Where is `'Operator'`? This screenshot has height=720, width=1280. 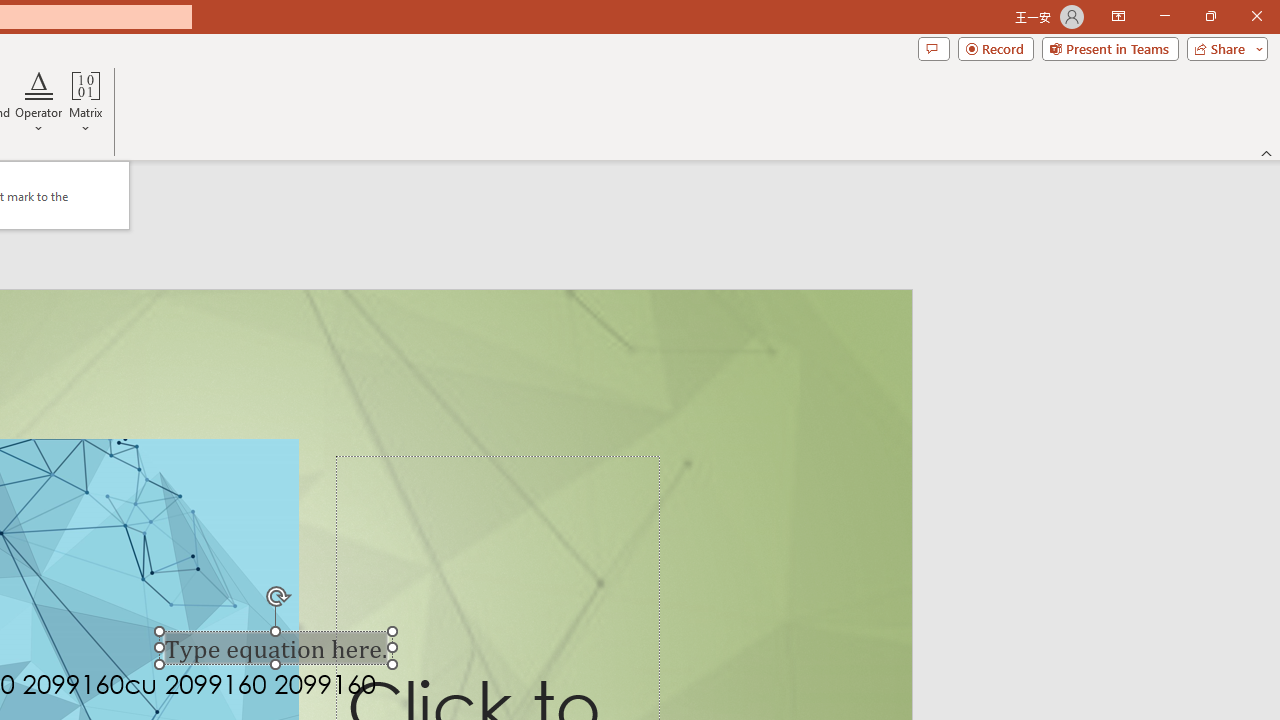
'Operator' is located at coordinates (39, 103).